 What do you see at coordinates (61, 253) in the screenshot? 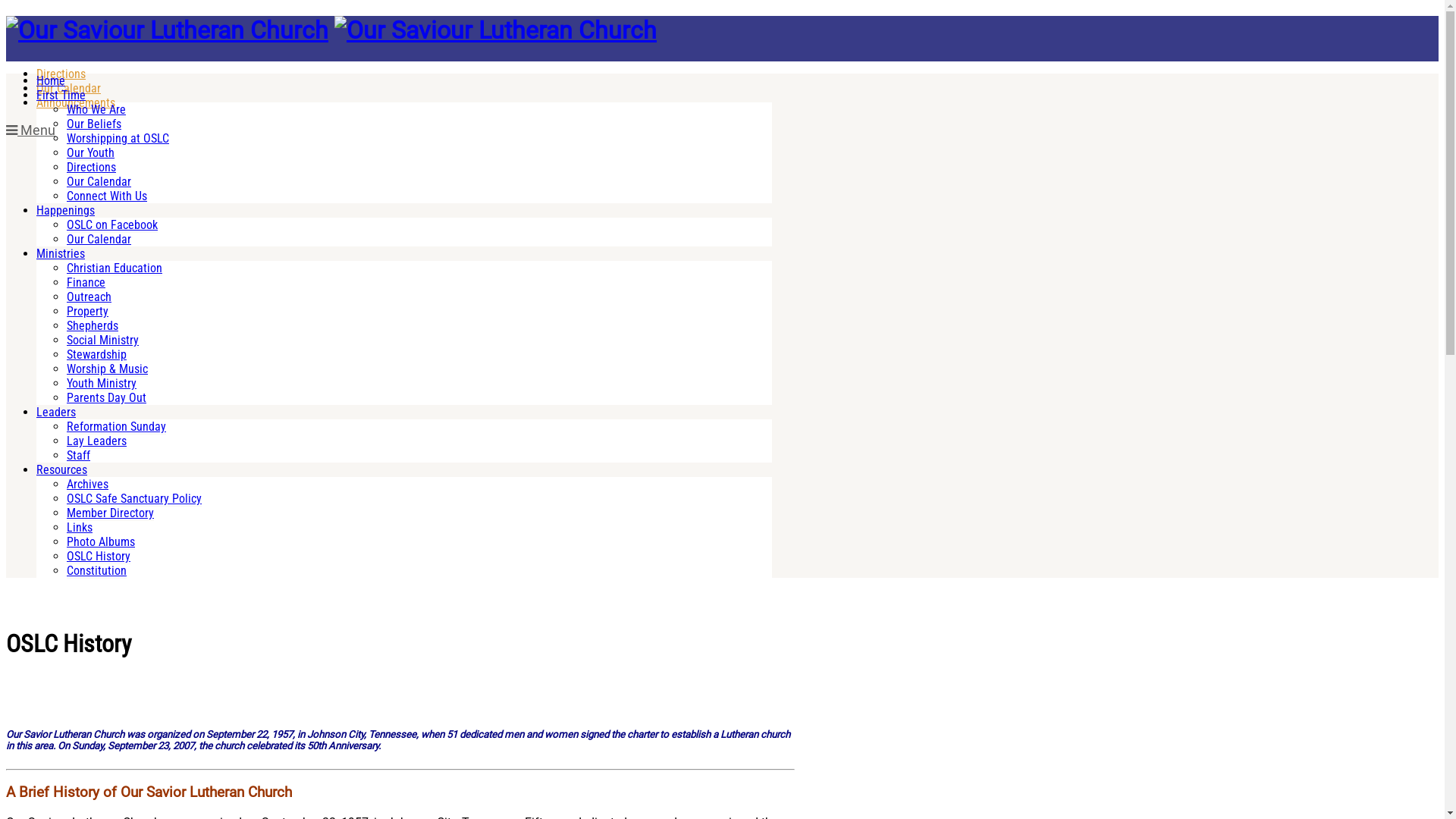
I see `'Ministries'` at bounding box center [61, 253].